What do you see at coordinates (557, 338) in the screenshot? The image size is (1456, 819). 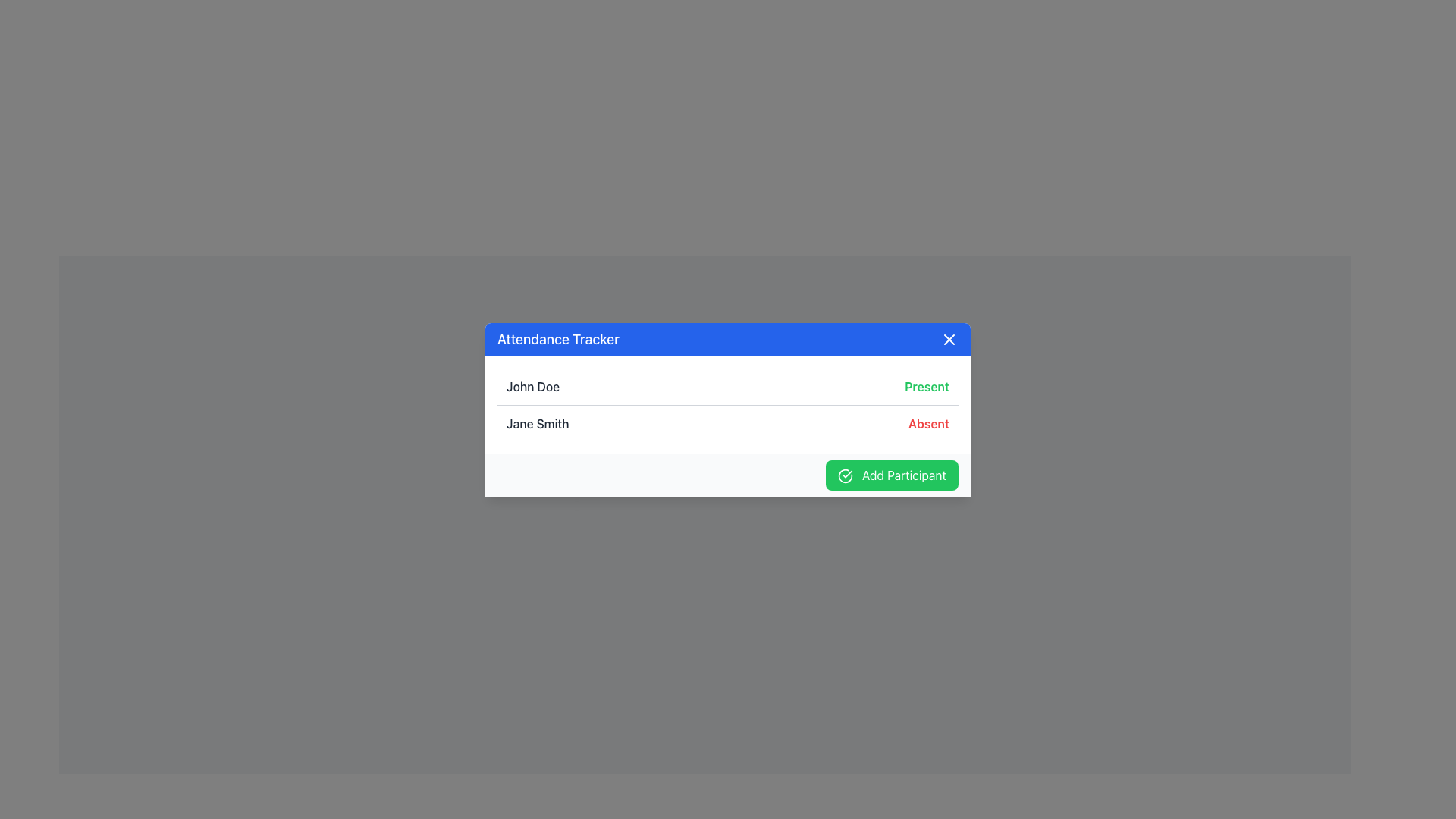 I see `text label 'Attendance Tracker' displayed in a large white font within the blue header bar of the modal window` at bounding box center [557, 338].